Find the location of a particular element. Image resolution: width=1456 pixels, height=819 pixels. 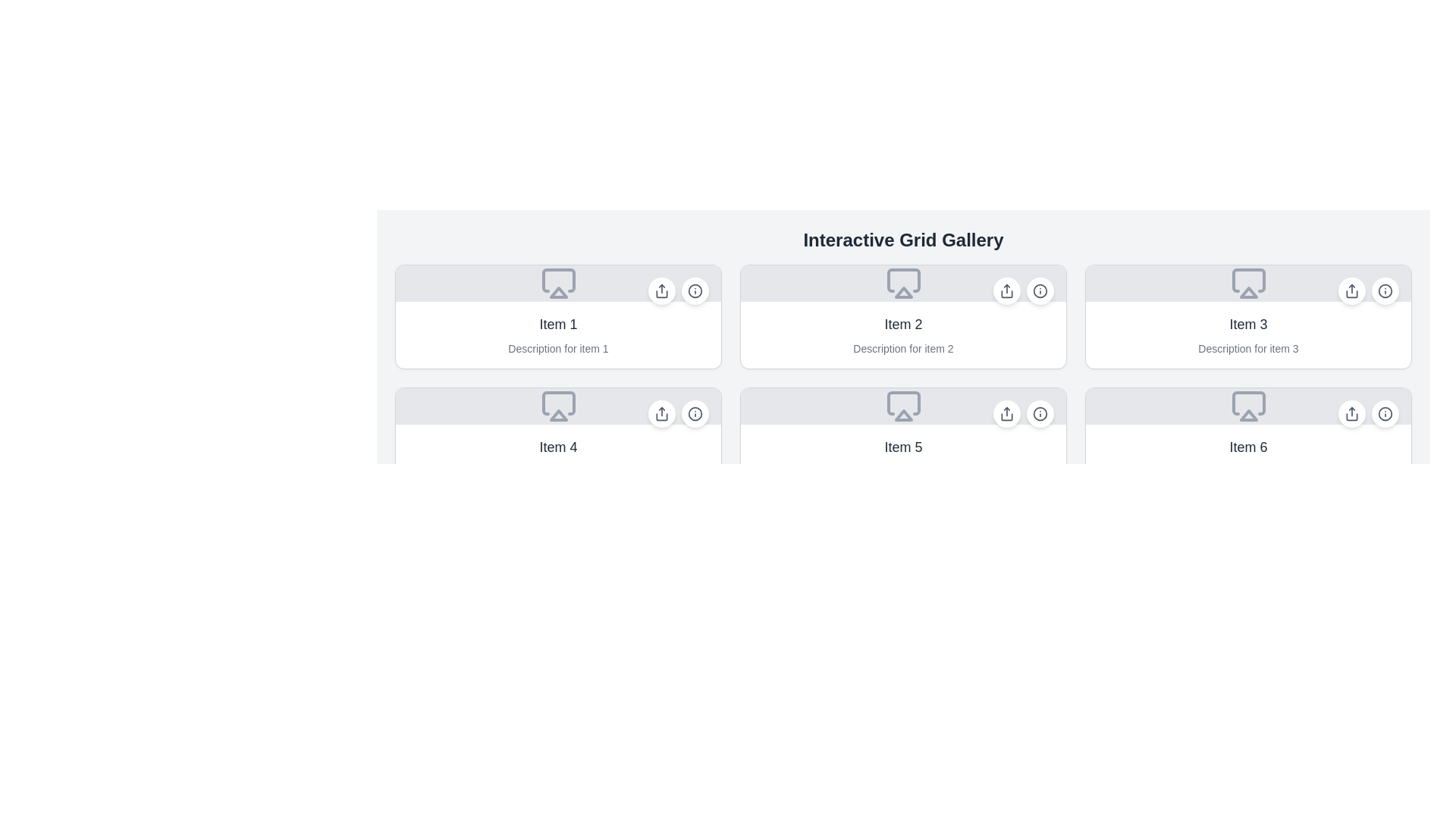

title label for the fourth item in the grid layout, positioned in the second row, first column, which identifies or categorizes the associated content is located at coordinates (557, 447).